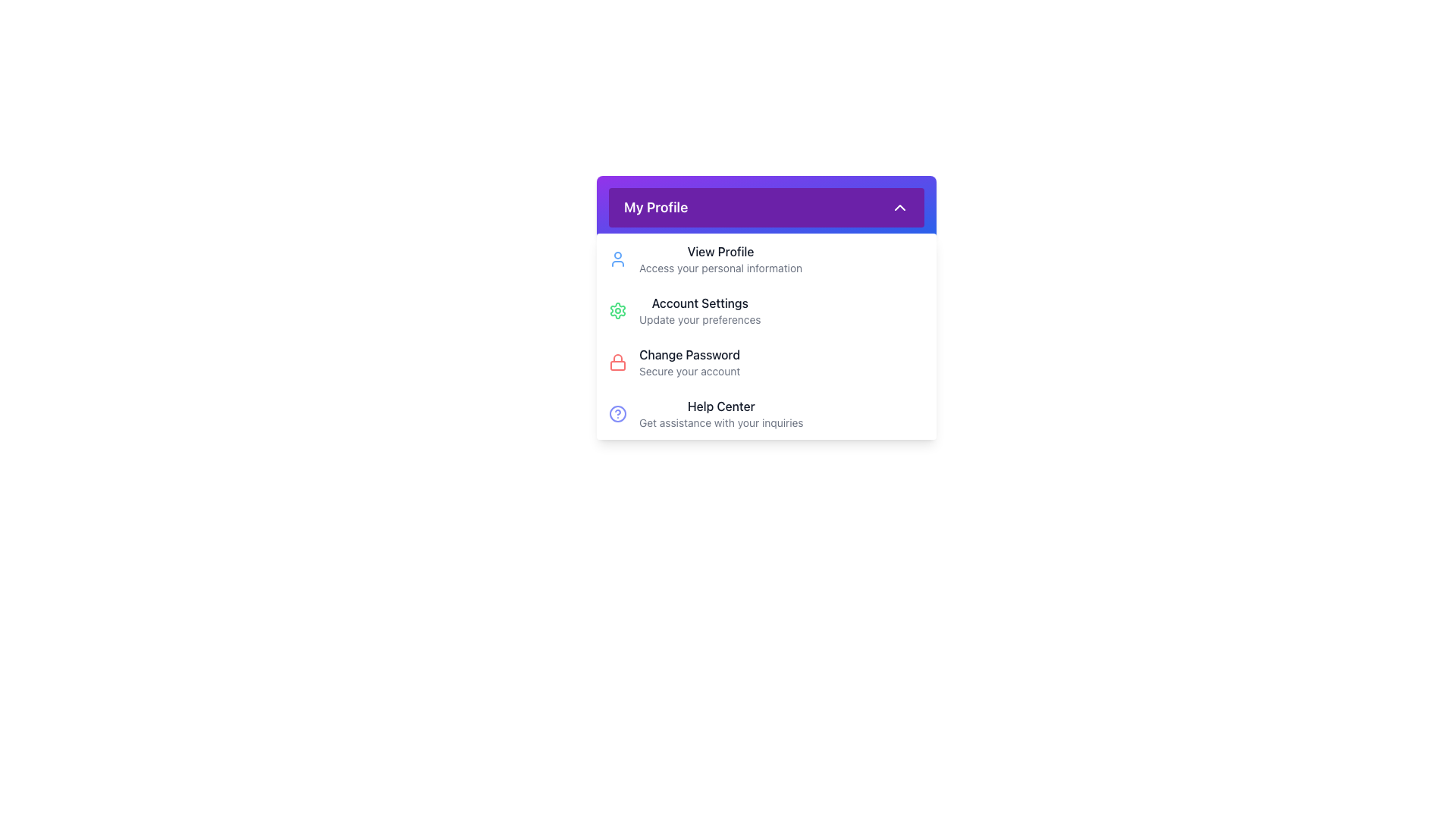  I want to click on the 'Change Password' text element with the subtitle 'Secure your account' located in the dropdown menu under 'My Profile', so click(689, 362).